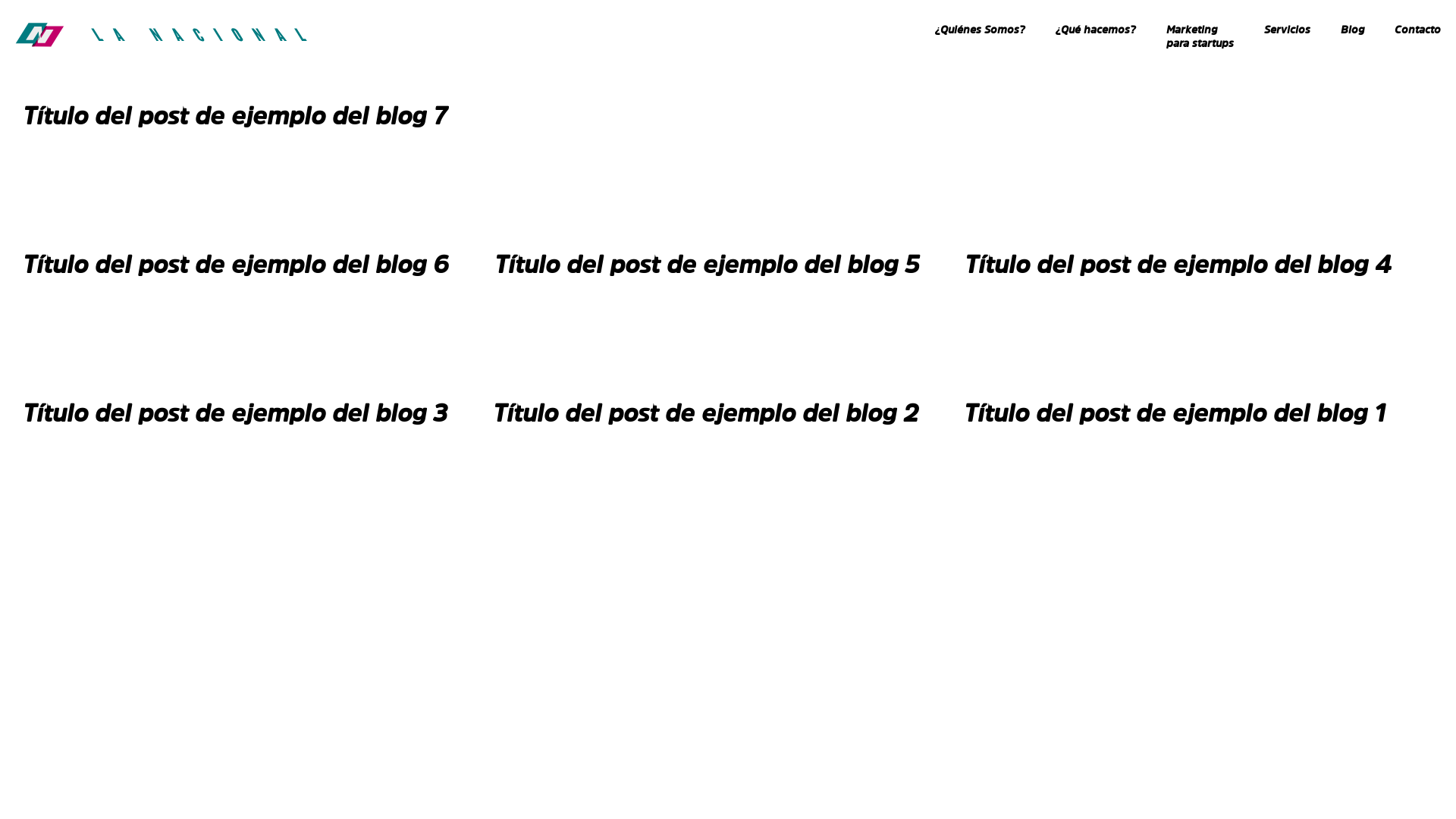  What do you see at coordinates (1352, 25) in the screenshot?
I see `'Blog'` at bounding box center [1352, 25].